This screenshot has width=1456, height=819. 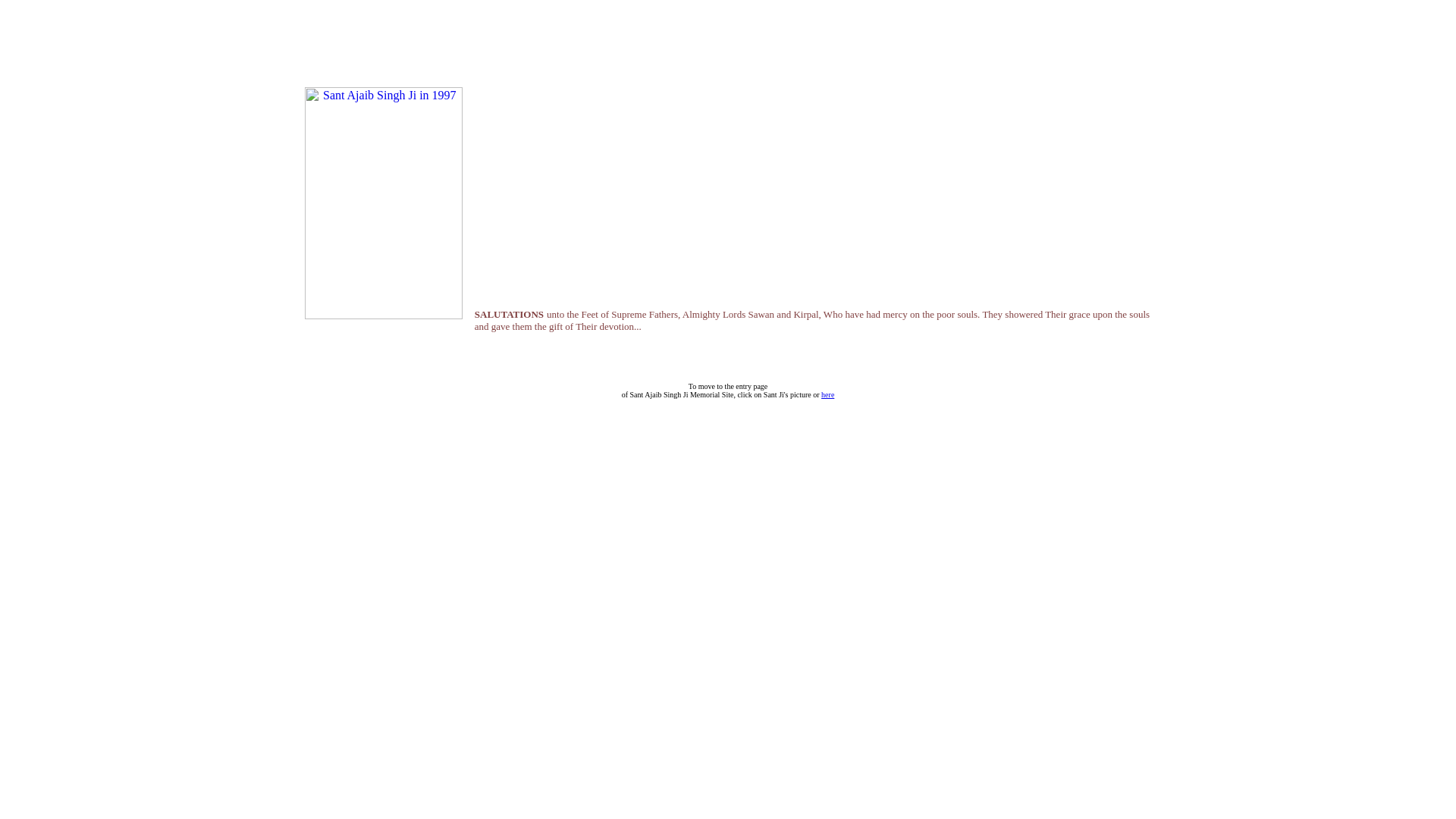 I want to click on 'here', so click(x=821, y=394).